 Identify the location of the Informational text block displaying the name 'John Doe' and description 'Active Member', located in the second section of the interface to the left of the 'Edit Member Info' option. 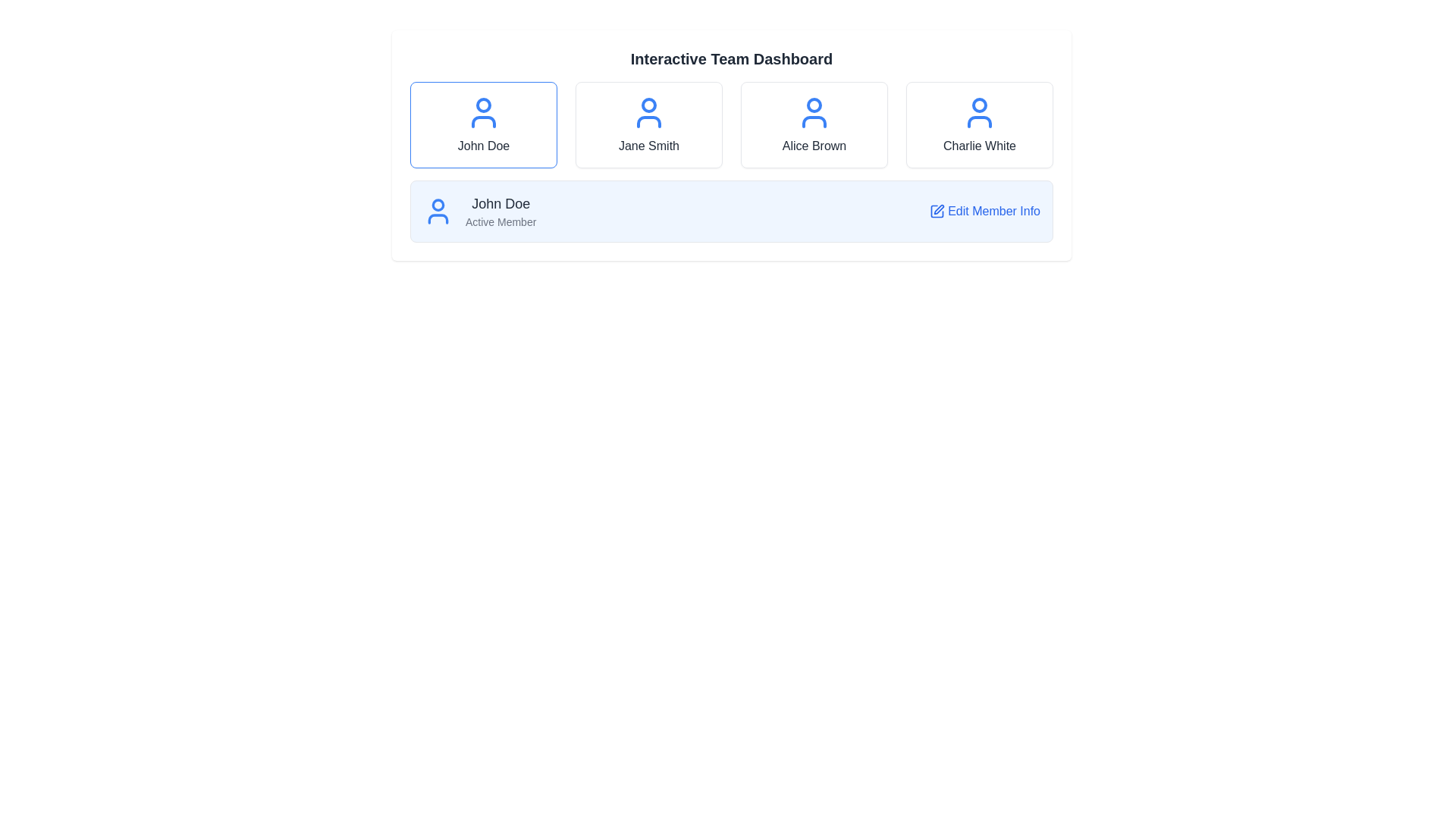
(500, 211).